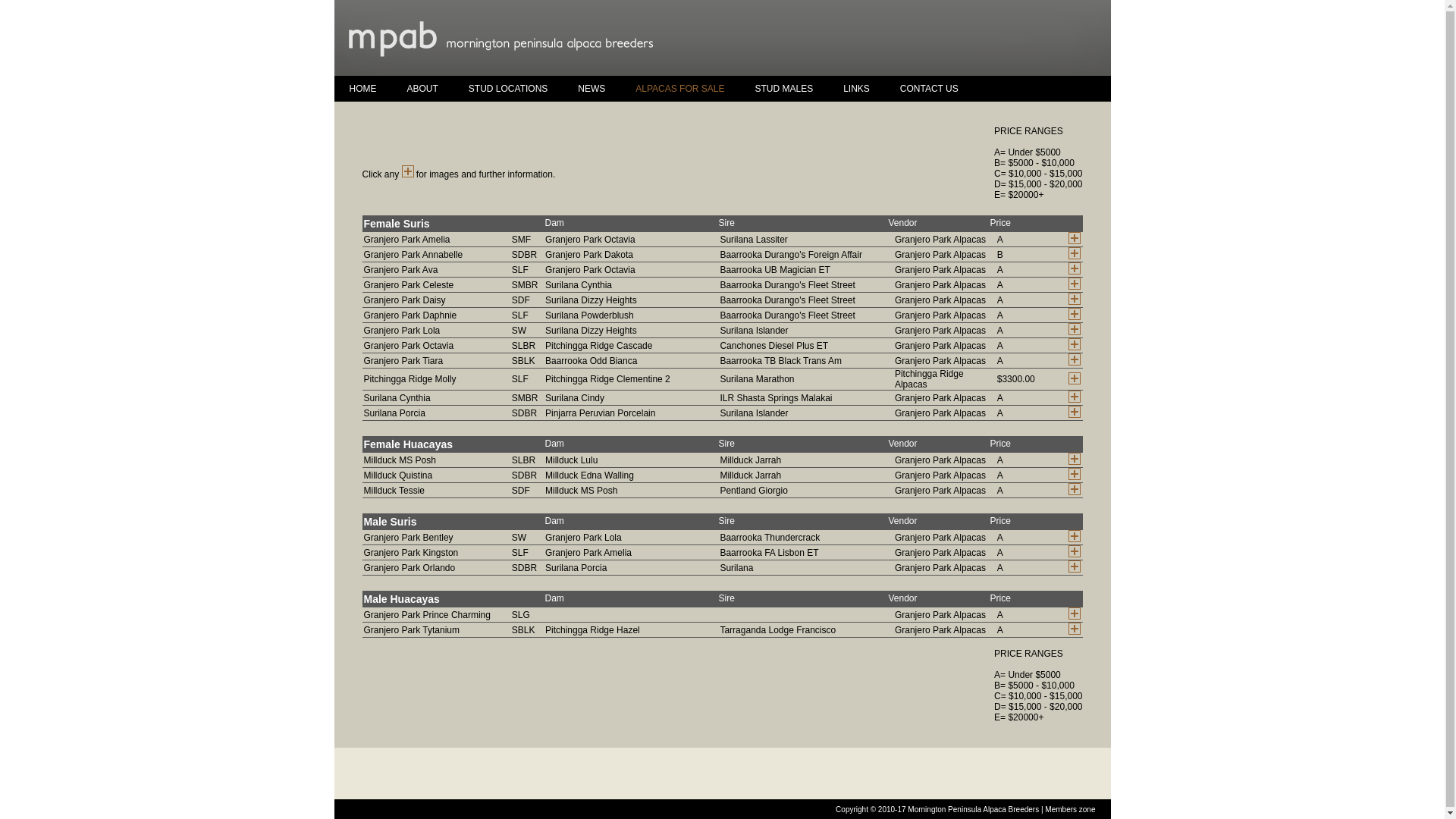 Image resolution: width=1456 pixels, height=819 pixels. What do you see at coordinates (739, 88) in the screenshot?
I see `'STUD MALES'` at bounding box center [739, 88].